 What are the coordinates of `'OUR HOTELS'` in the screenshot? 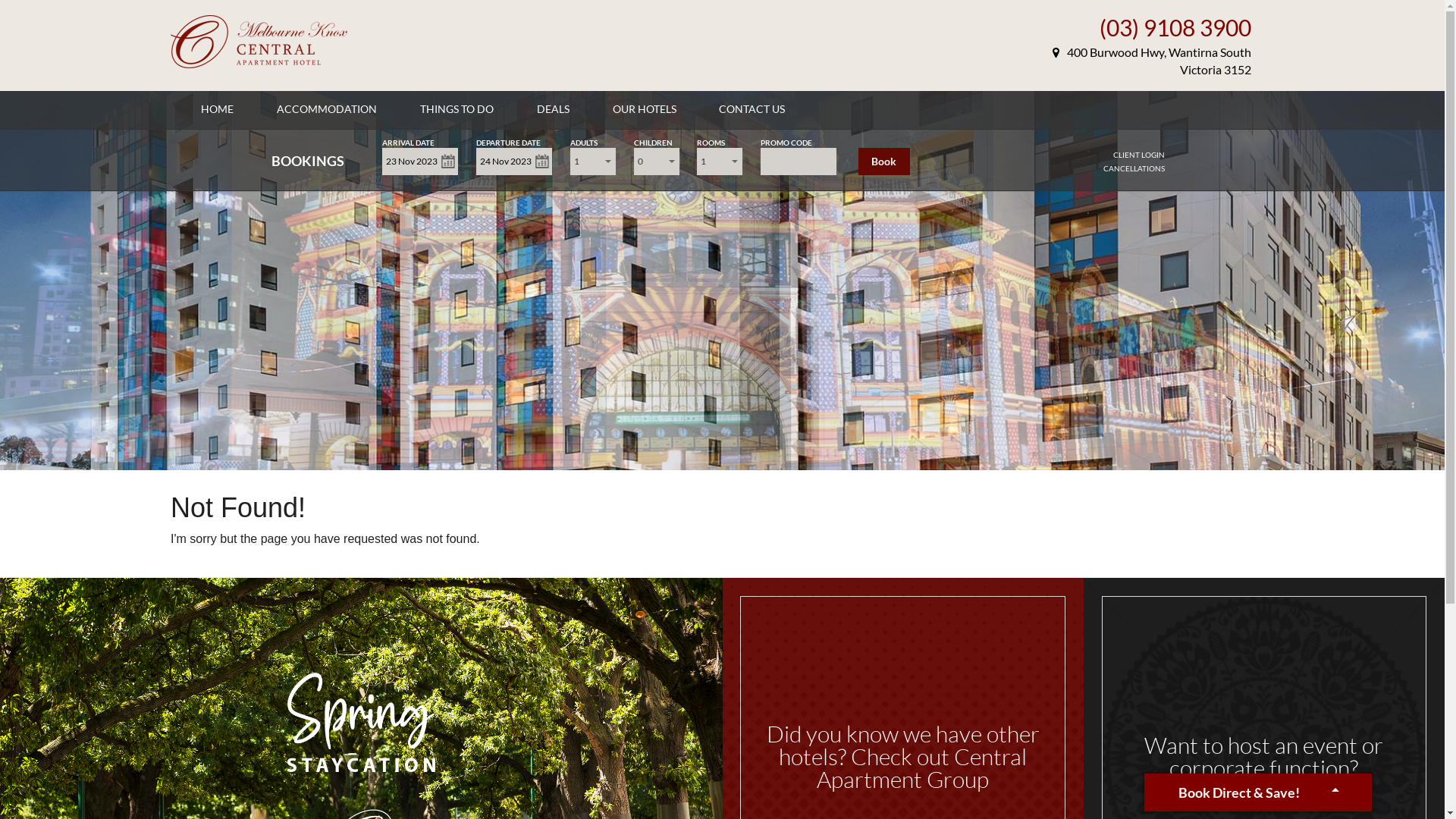 It's located at (644, 108).